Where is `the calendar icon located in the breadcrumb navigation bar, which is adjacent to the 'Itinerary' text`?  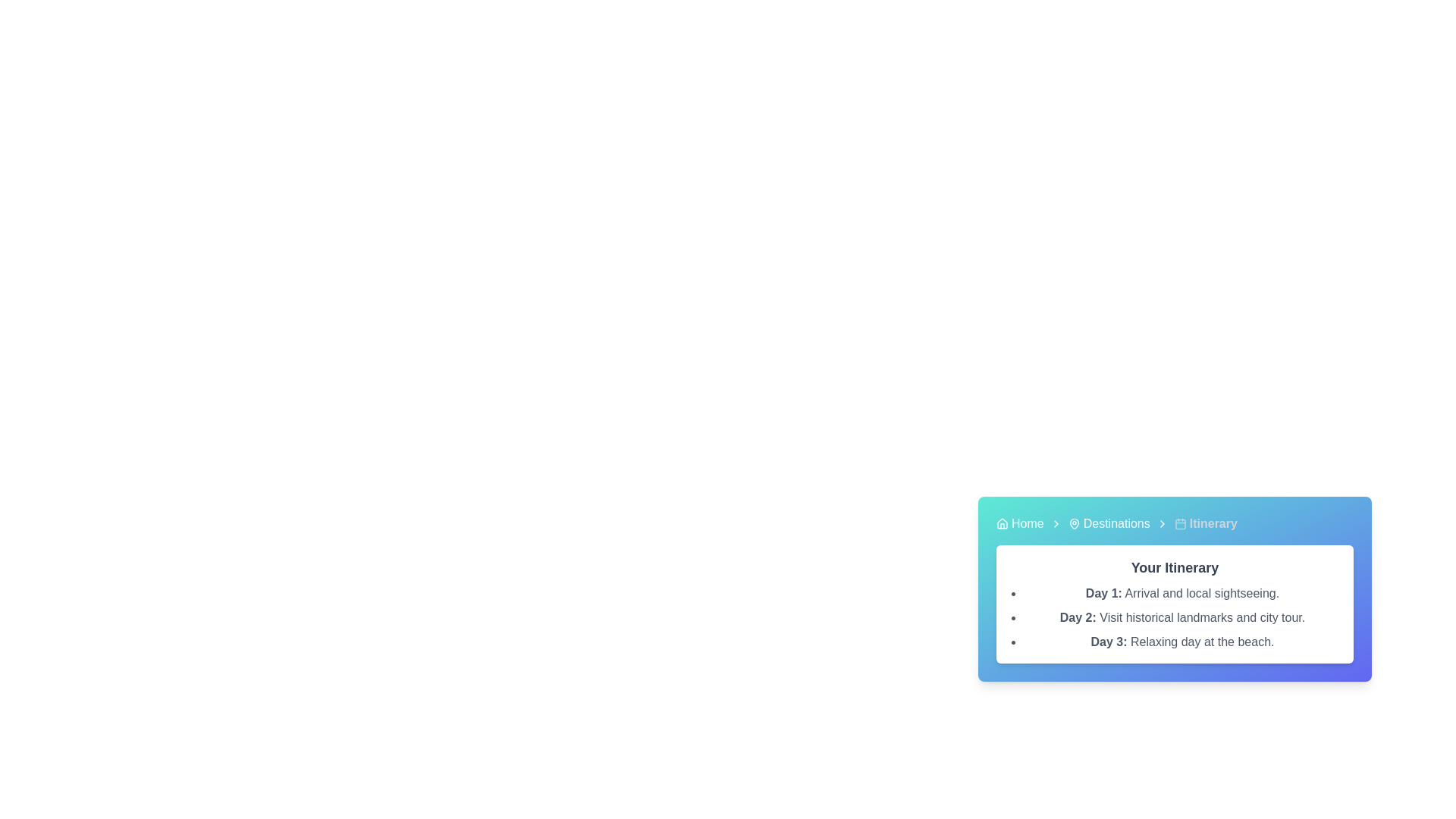
the calendar icon located in the breadcrumb navigation bar, which is adjacent to the 'Itinerary' text is located at coordinates (1179, 522).